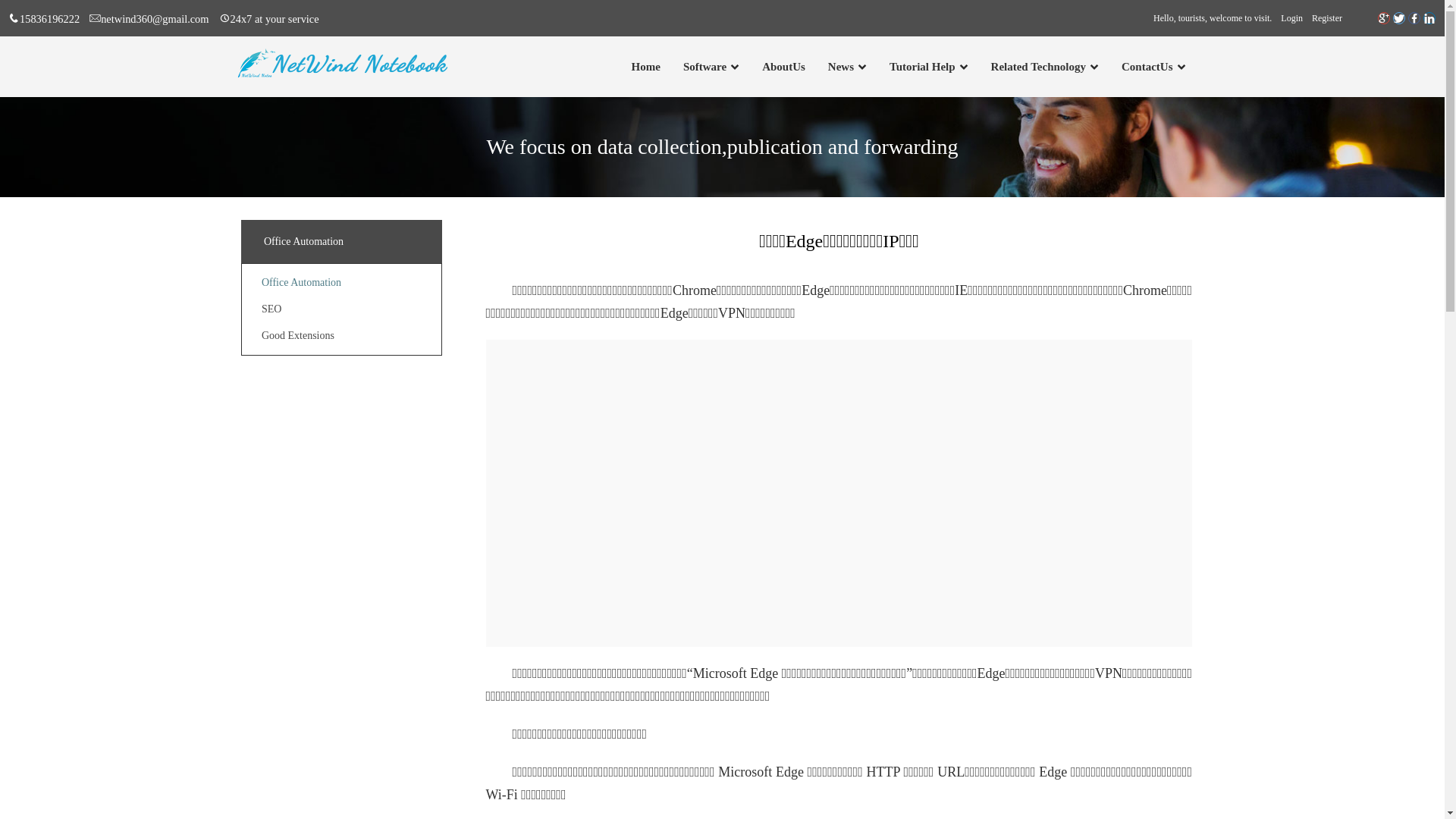  I want to click on 'Good Extensions', so click(298, 334).